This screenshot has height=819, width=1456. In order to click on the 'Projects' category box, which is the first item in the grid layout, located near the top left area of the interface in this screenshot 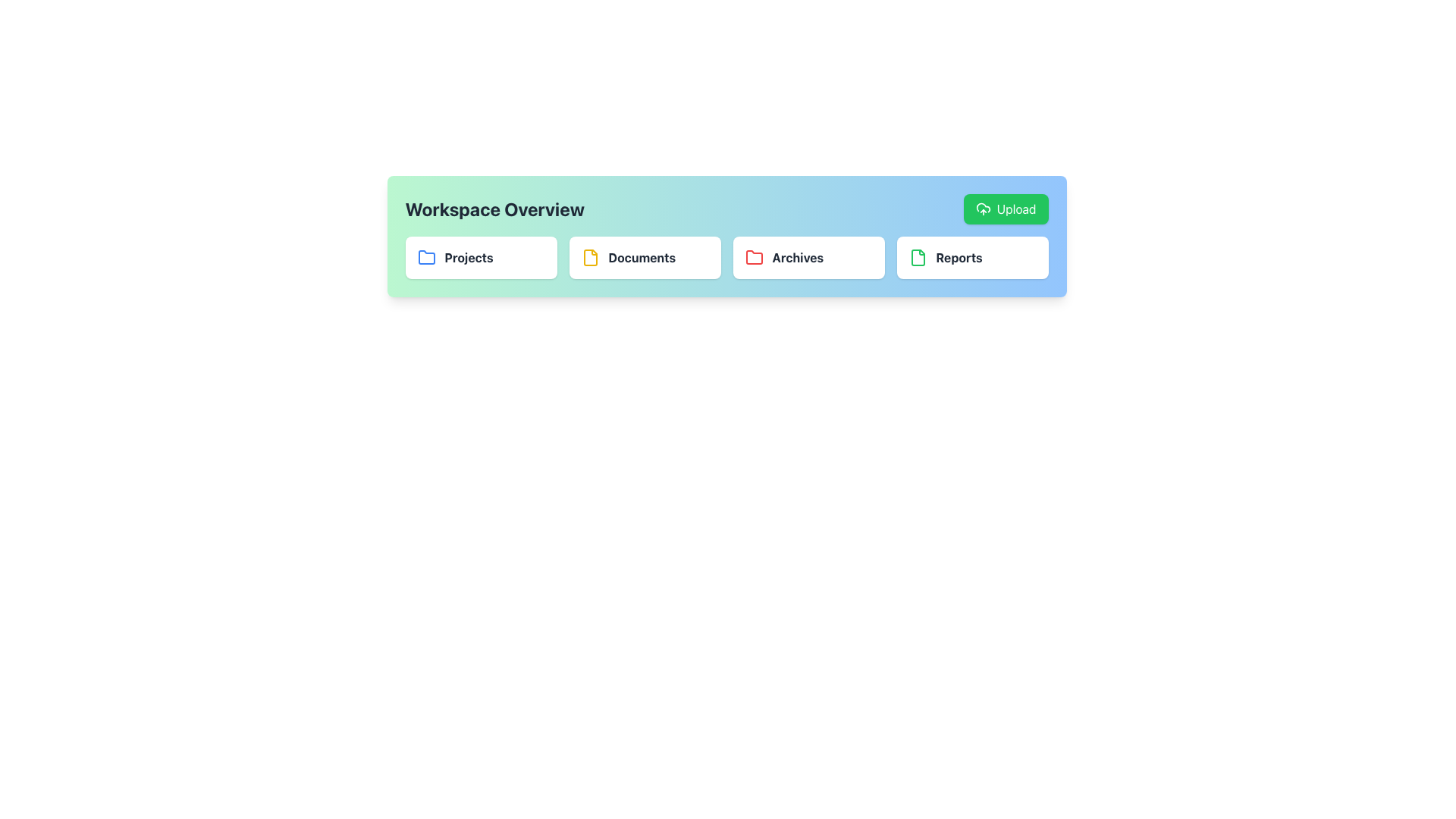, I will do `click(480, 256)`.